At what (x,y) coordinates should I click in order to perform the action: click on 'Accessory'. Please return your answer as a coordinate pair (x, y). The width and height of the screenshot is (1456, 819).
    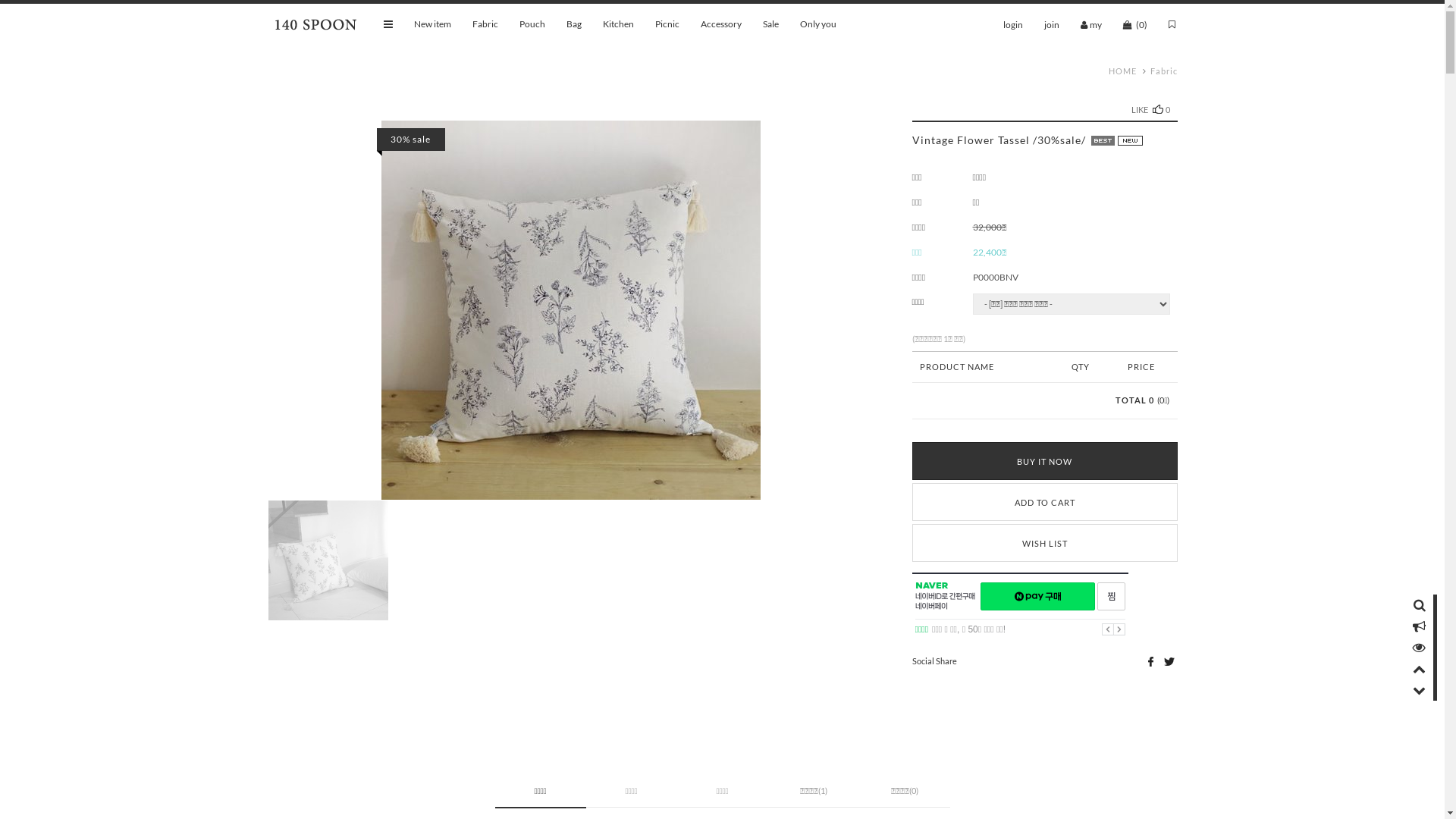
    Looking at the image, I should click on (720, 24).